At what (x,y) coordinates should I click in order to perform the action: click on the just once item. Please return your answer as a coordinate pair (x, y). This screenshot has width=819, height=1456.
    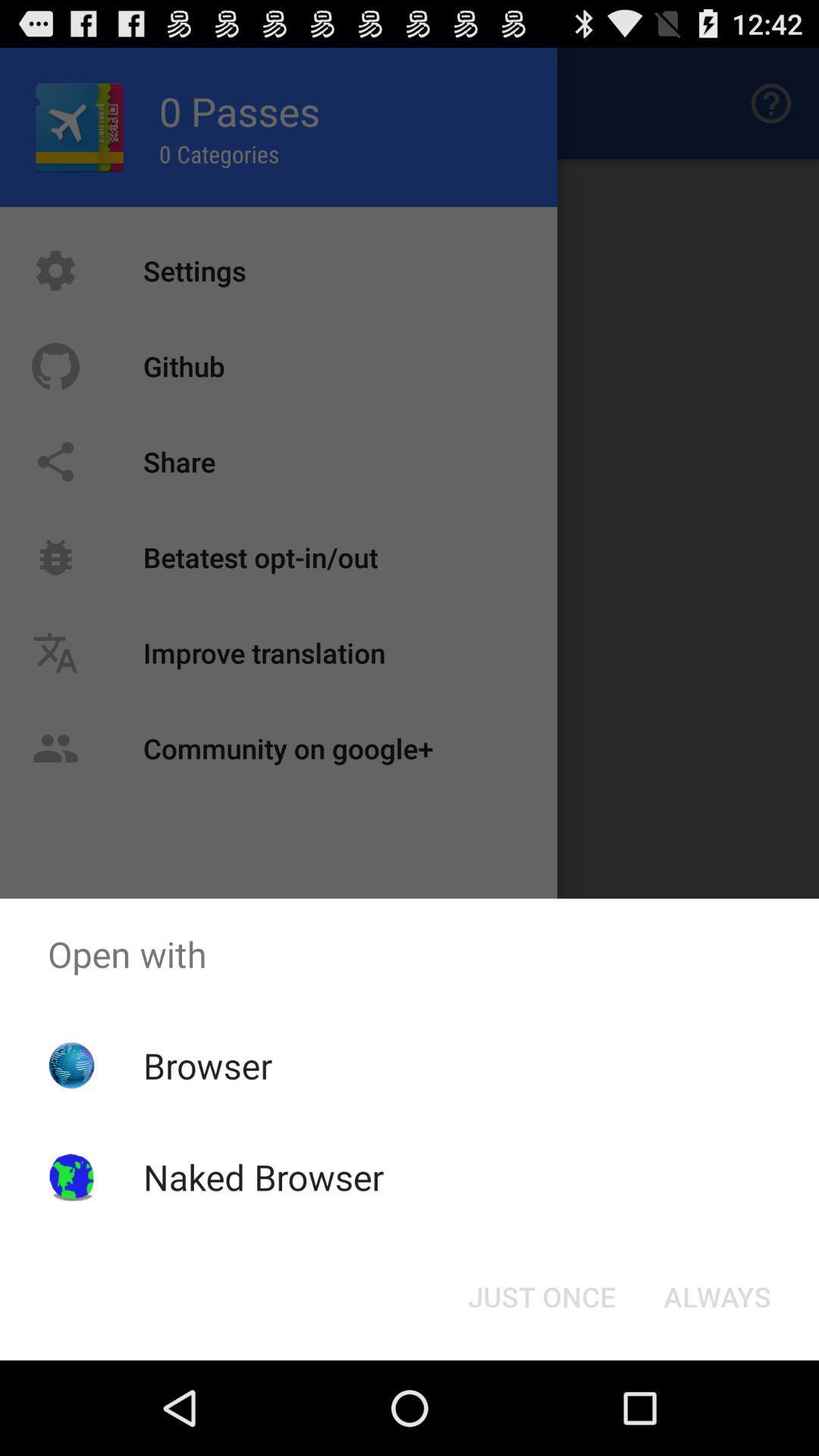
    Looking at the image, I should click on (541, 1295).